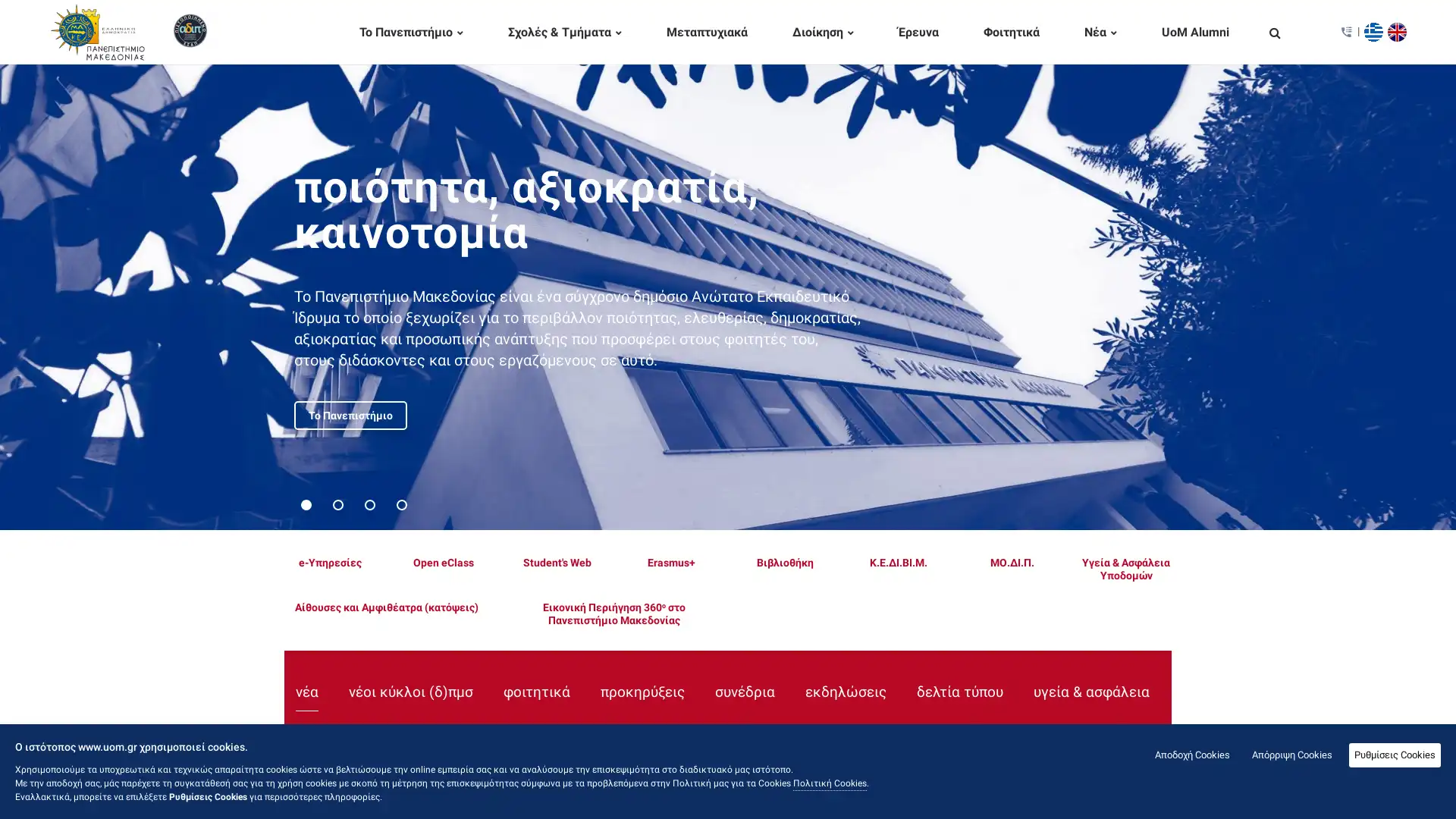 This screenshot has height=819, width=1456. What do you see at coordinates (1291, 755) in the screenshot?
I see `Cookies` at bounding box center [1291, 755].